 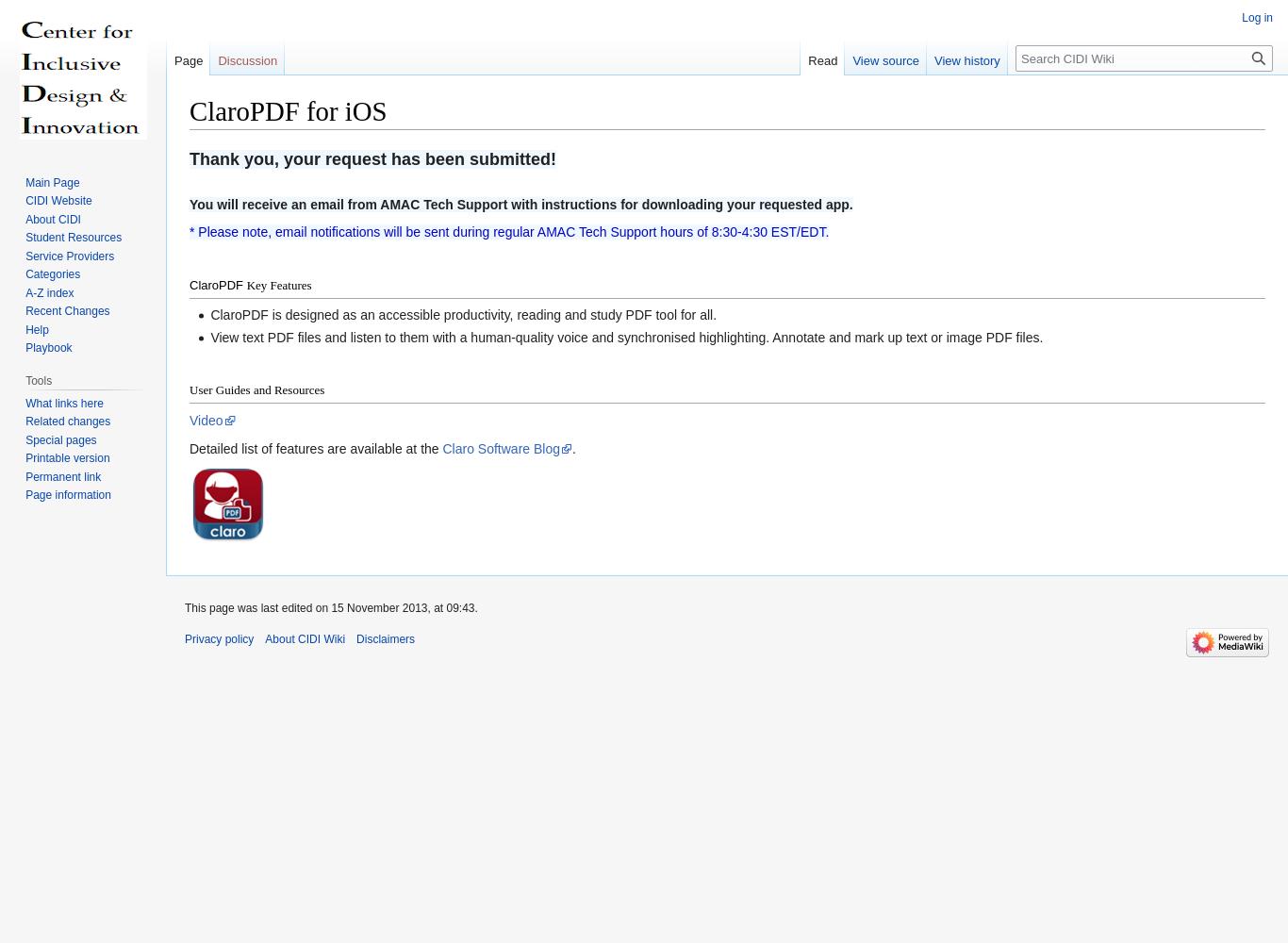 I want to click on 'Claro Software Blog', so click(x=441, y=447).